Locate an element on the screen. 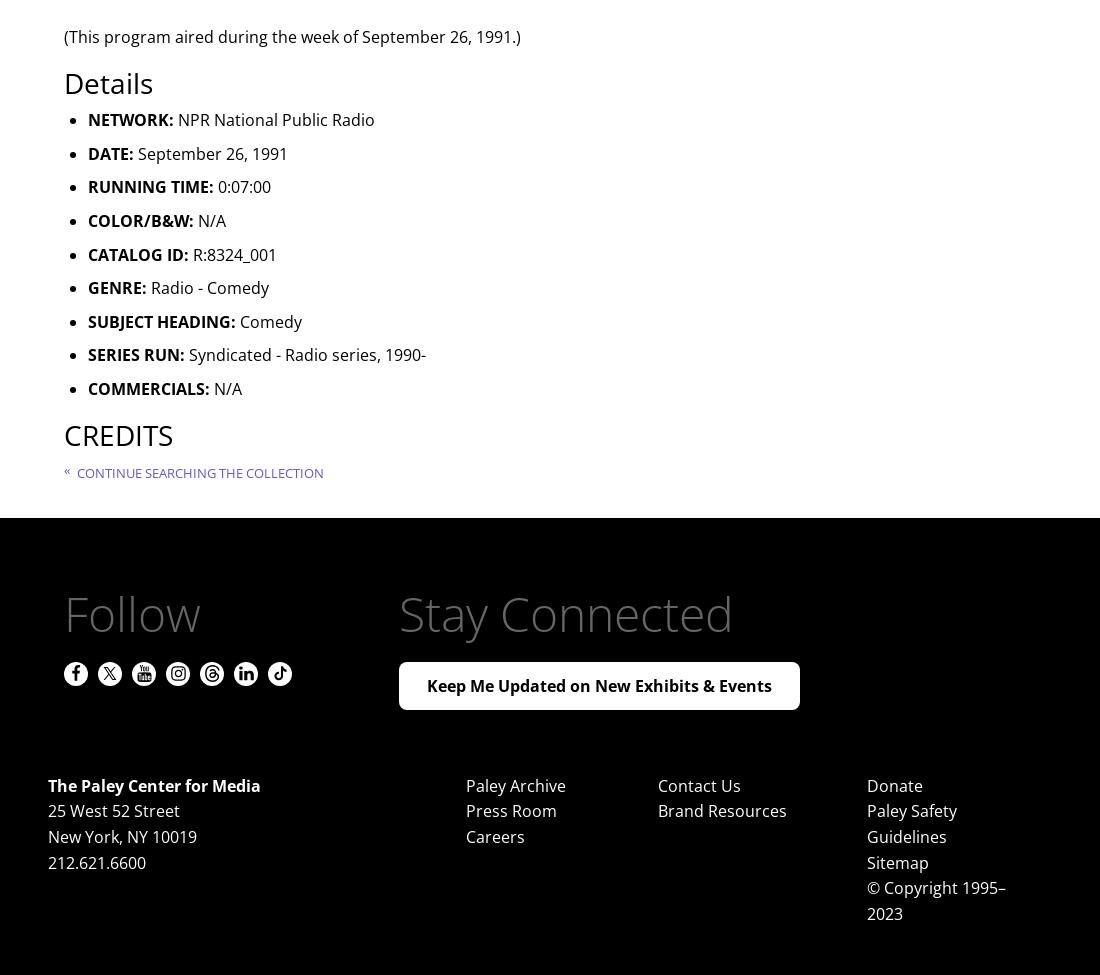 Image resolution: width=1100 pixels, height=975 pixels. 'Donate' is located at coordinates (893, 784).